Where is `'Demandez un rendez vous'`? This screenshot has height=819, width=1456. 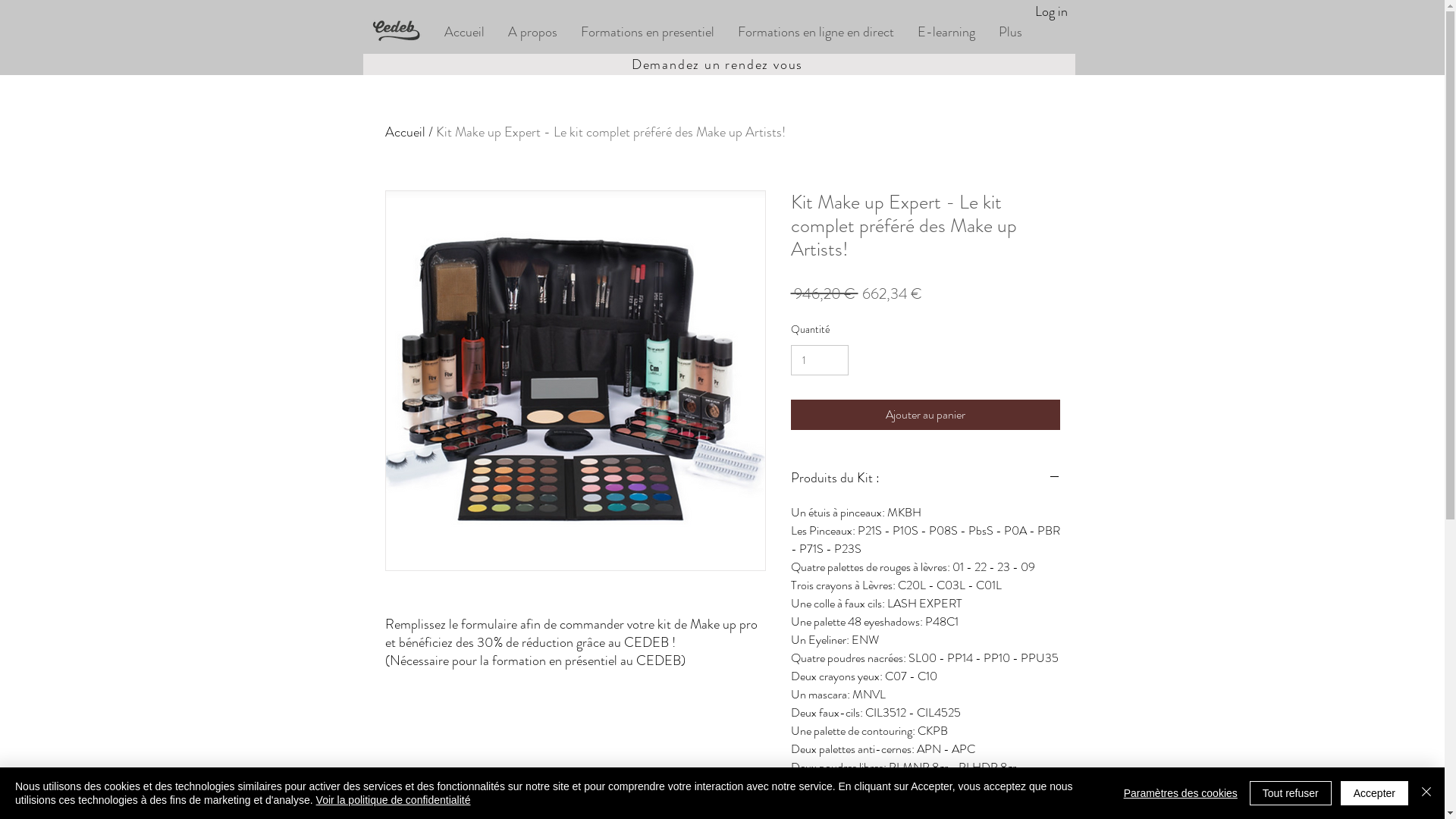 'Demandez un rendez vous' is located at coordinates (717, 63).